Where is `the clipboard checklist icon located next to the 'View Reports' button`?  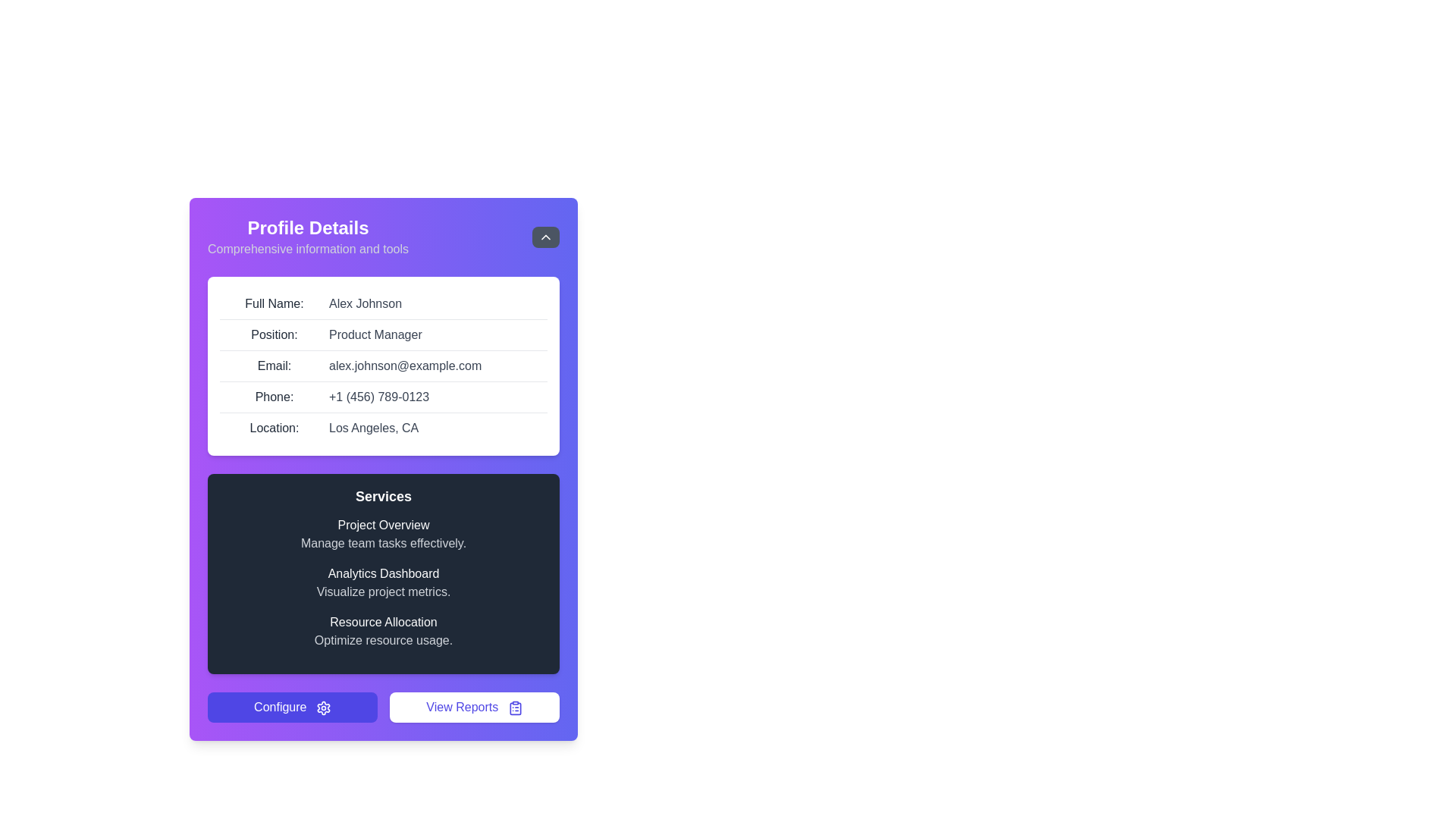 the clipboard checklist icon located next to the 'View Reports' button is located at coordinates (515, 708).